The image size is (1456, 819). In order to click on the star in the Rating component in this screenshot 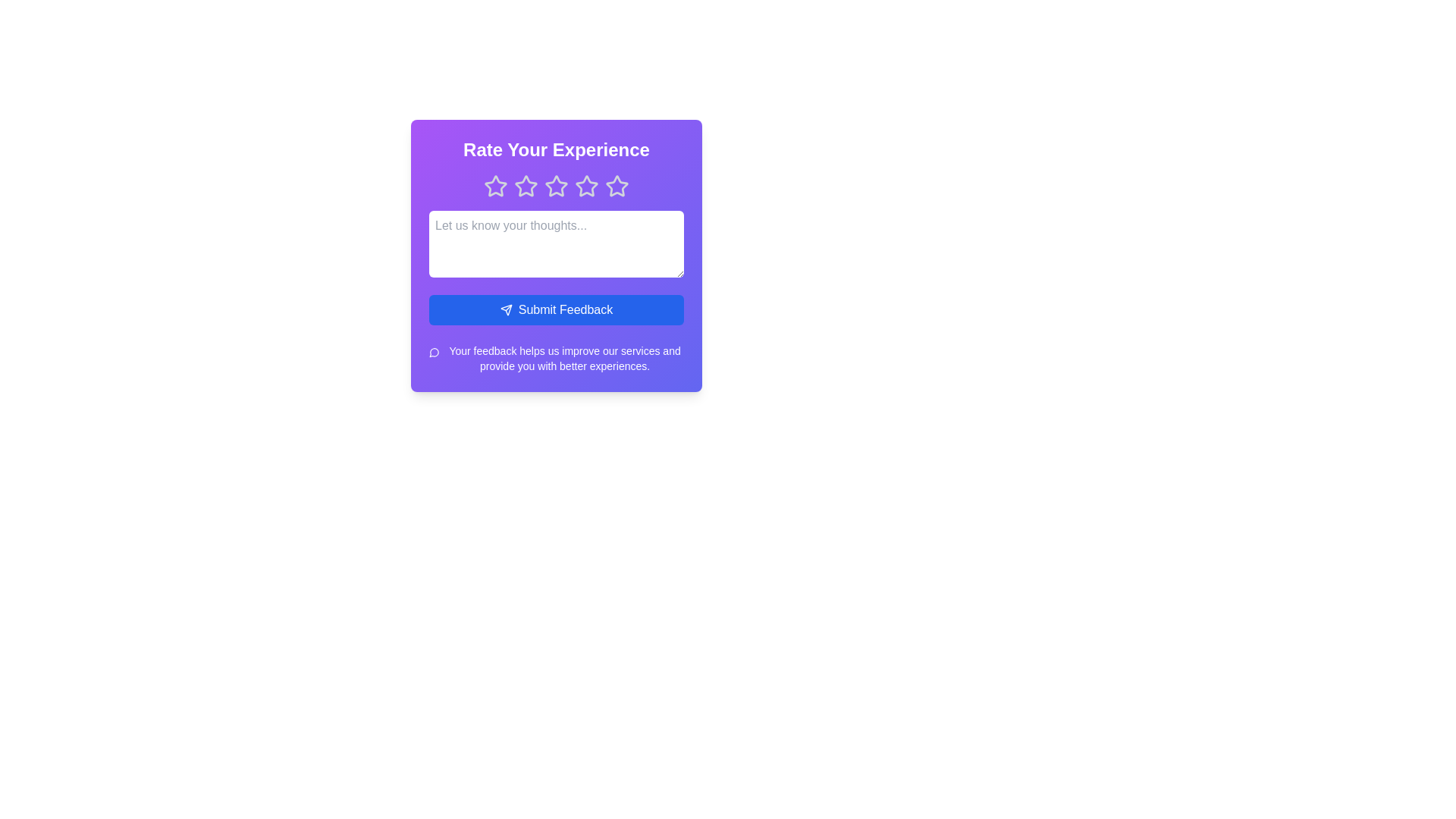, I will do `click(556, 186)`.